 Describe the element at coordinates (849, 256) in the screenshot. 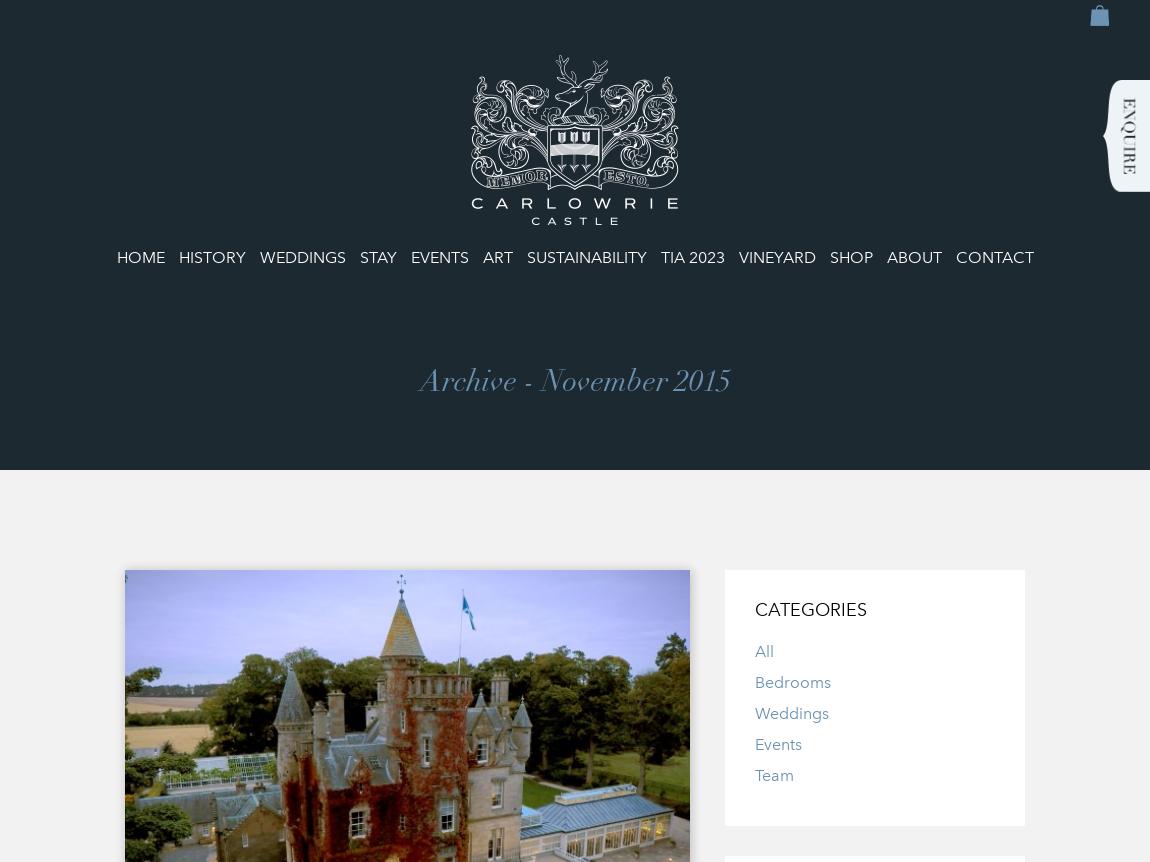

I see `'Shop'` at that location.